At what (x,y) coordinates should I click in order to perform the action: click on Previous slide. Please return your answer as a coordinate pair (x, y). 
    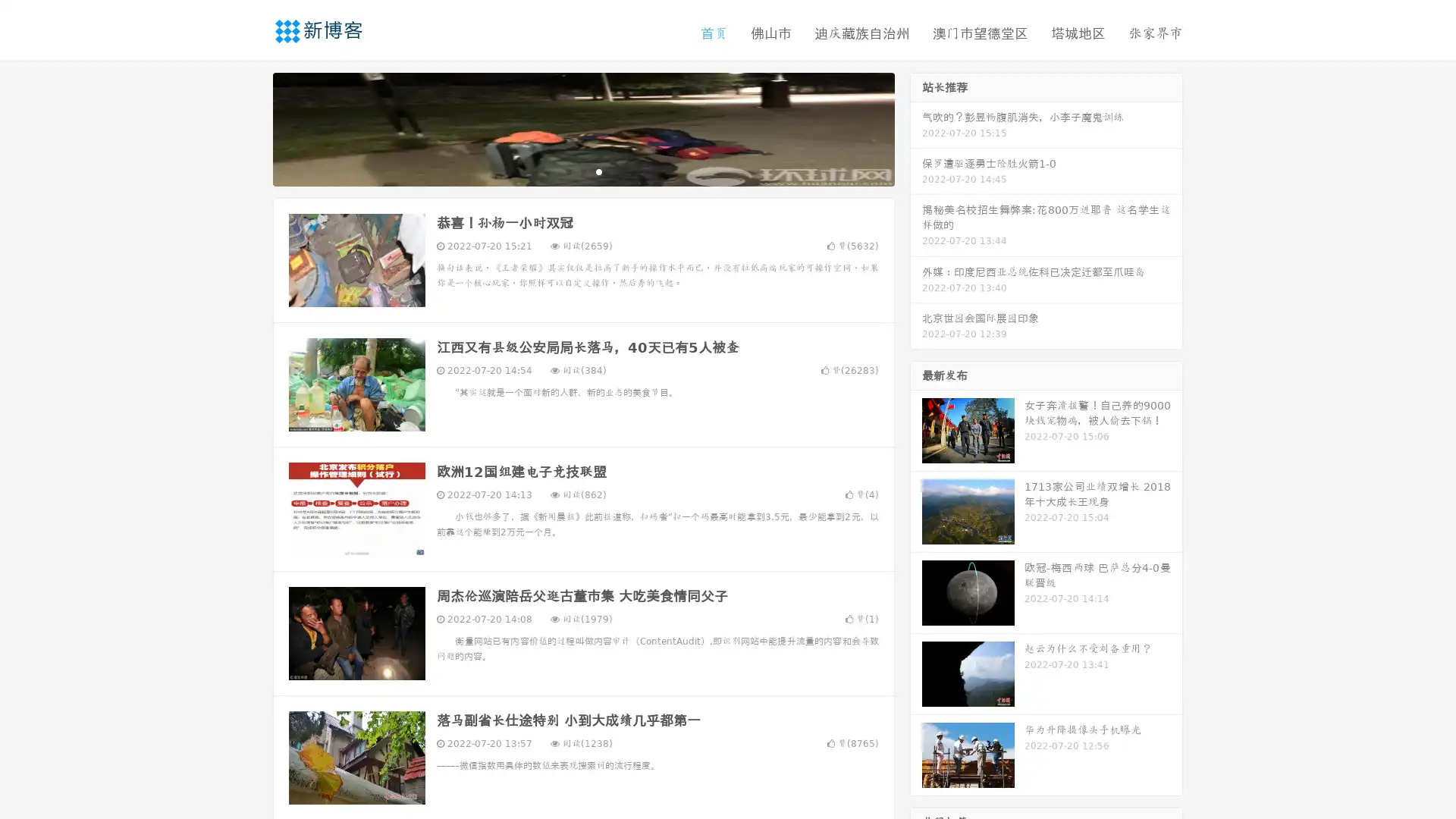
    Looking at the image, I should click on (250, 127).